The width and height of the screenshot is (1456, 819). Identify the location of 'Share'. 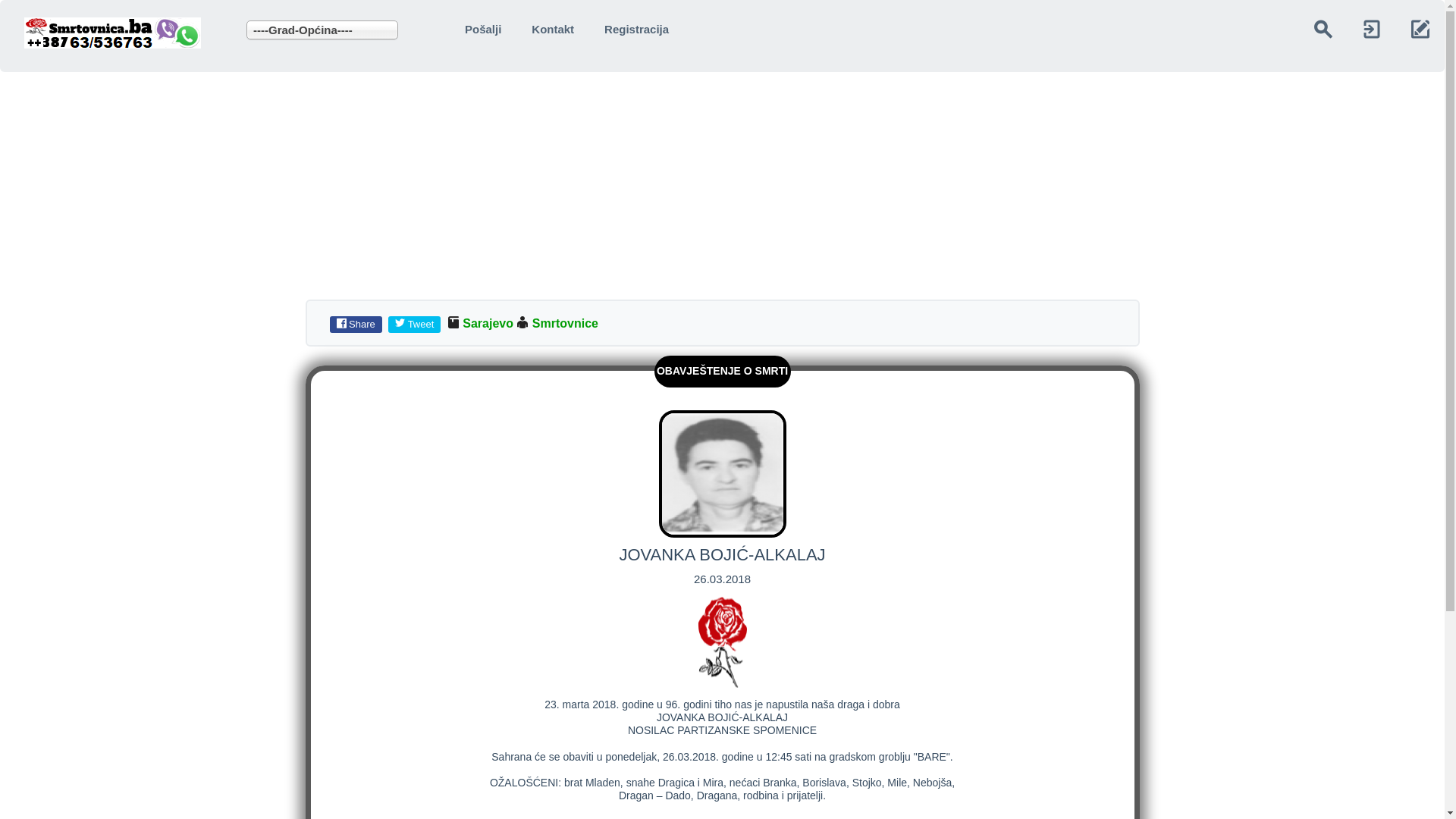
(358, 322).